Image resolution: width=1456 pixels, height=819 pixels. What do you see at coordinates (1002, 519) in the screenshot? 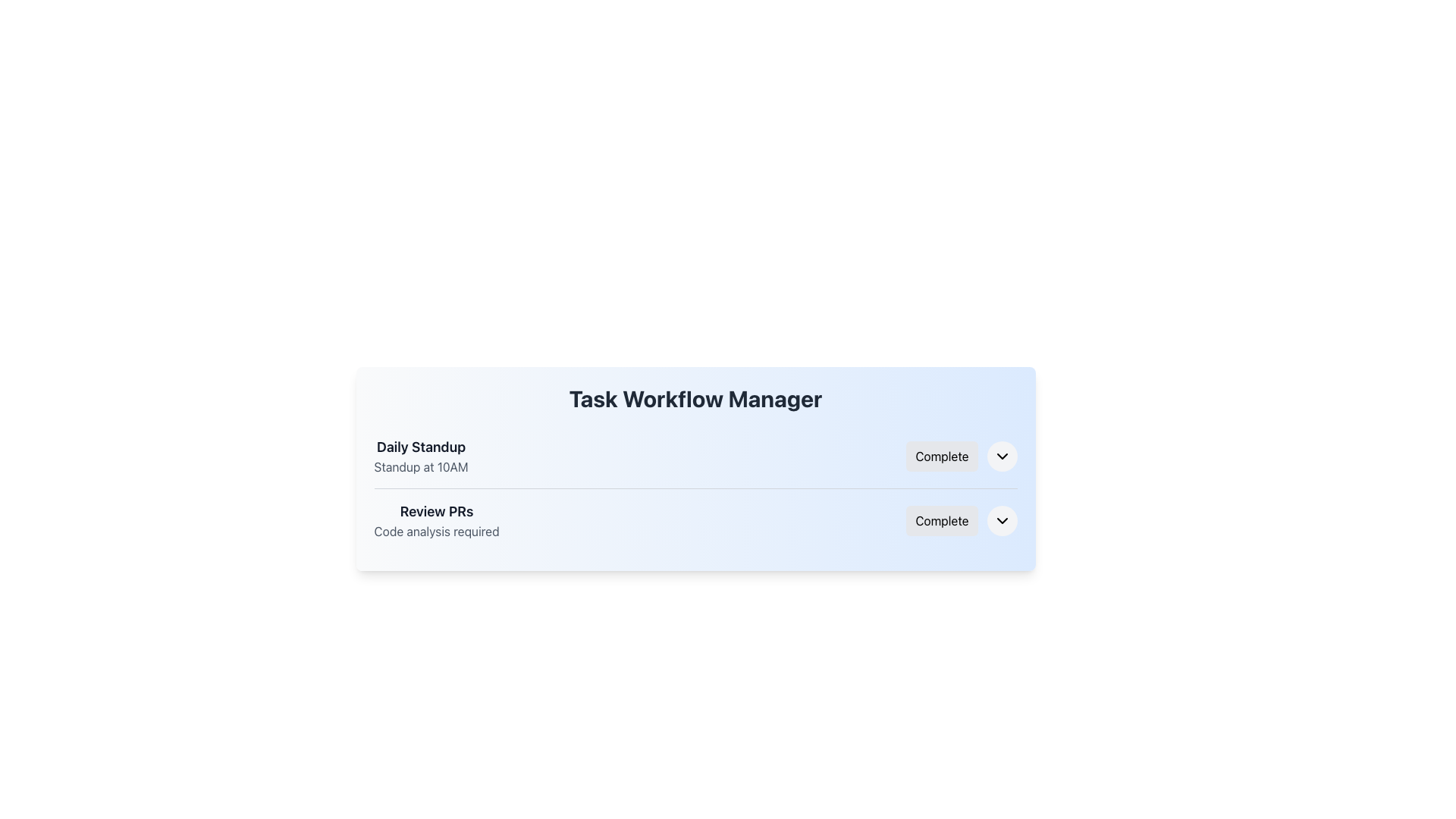
I see `the downward-facing chevron icon in the dropdown button located at the far right of the 'Review PRs' row in the Task Workflow Manager` at bounding box center [1002, 519].